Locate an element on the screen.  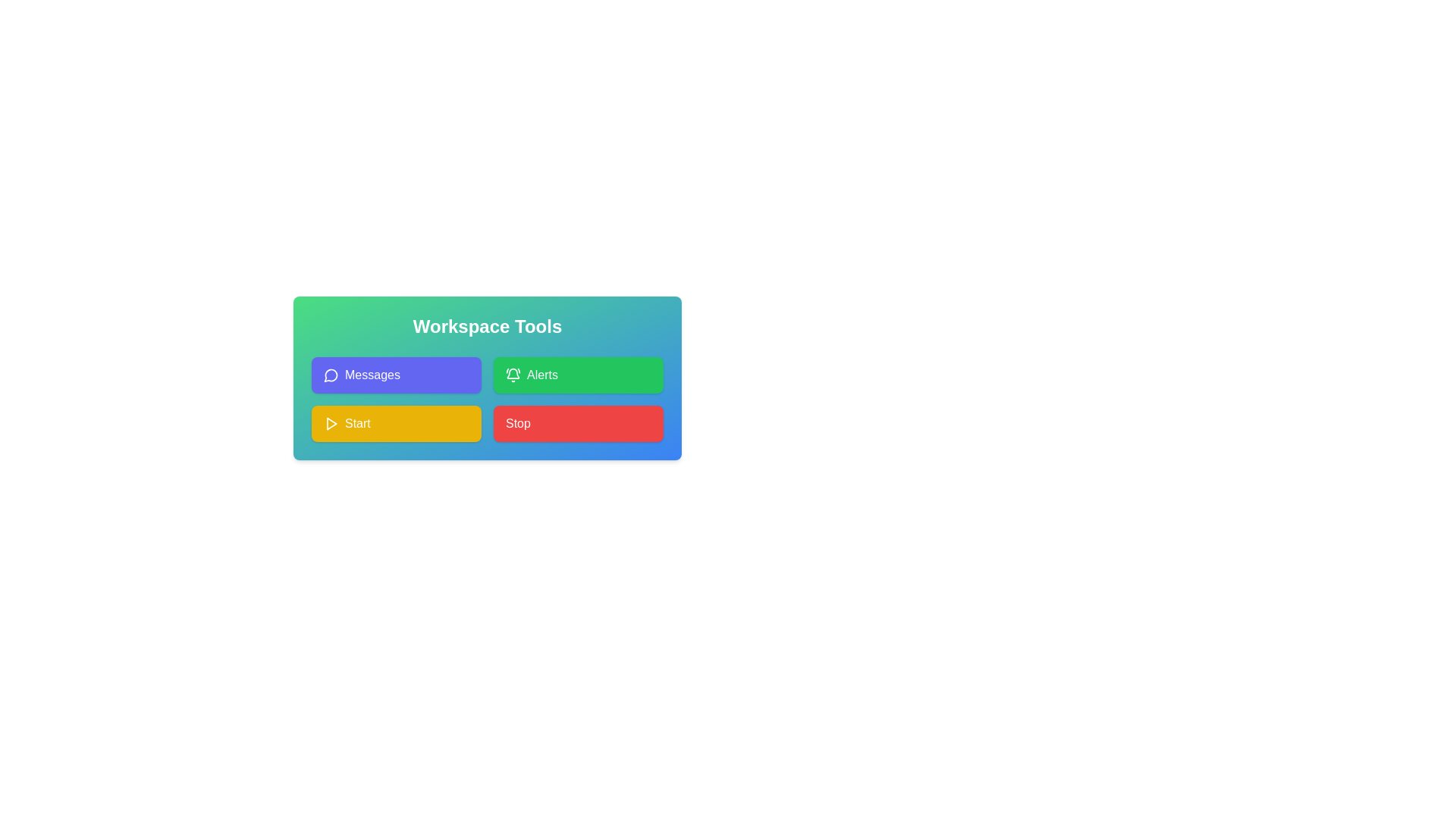
the bell icon component part within the green 'Alerts' button located in the top-right corner of the interface is located at coordinates (513, 373).